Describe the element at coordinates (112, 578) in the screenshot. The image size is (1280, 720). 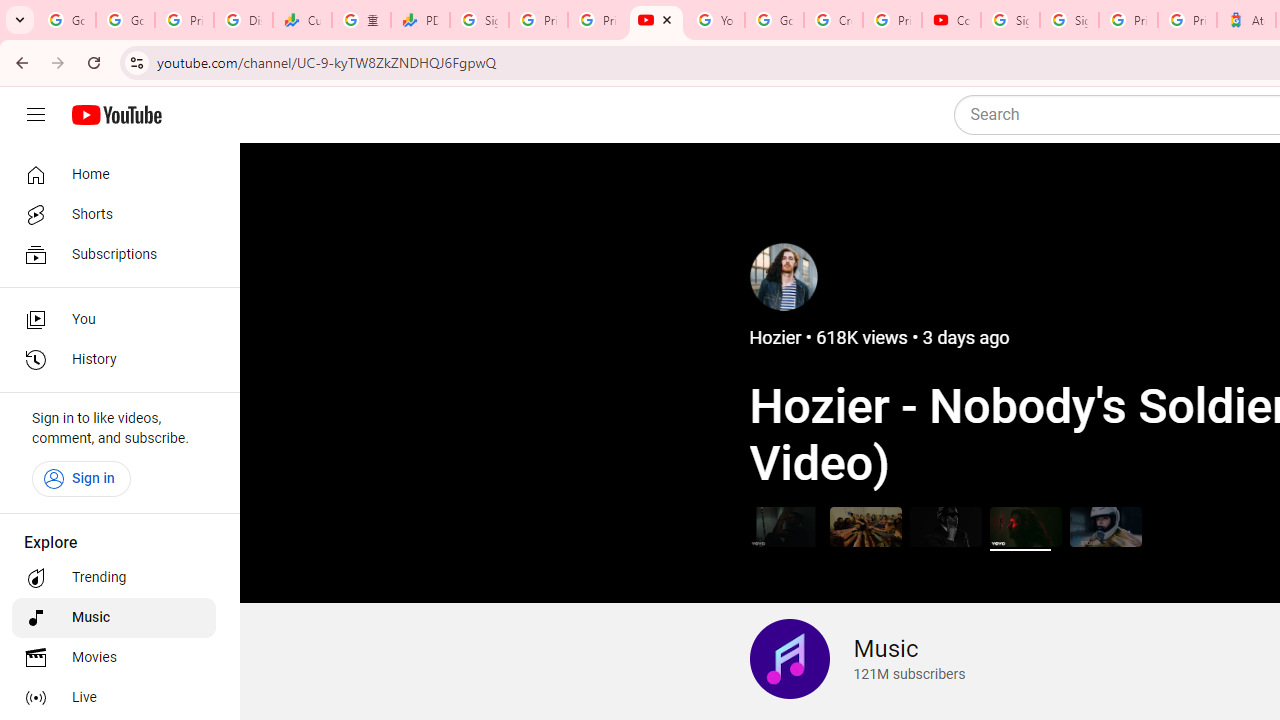
I see `'Trending'` at that location.